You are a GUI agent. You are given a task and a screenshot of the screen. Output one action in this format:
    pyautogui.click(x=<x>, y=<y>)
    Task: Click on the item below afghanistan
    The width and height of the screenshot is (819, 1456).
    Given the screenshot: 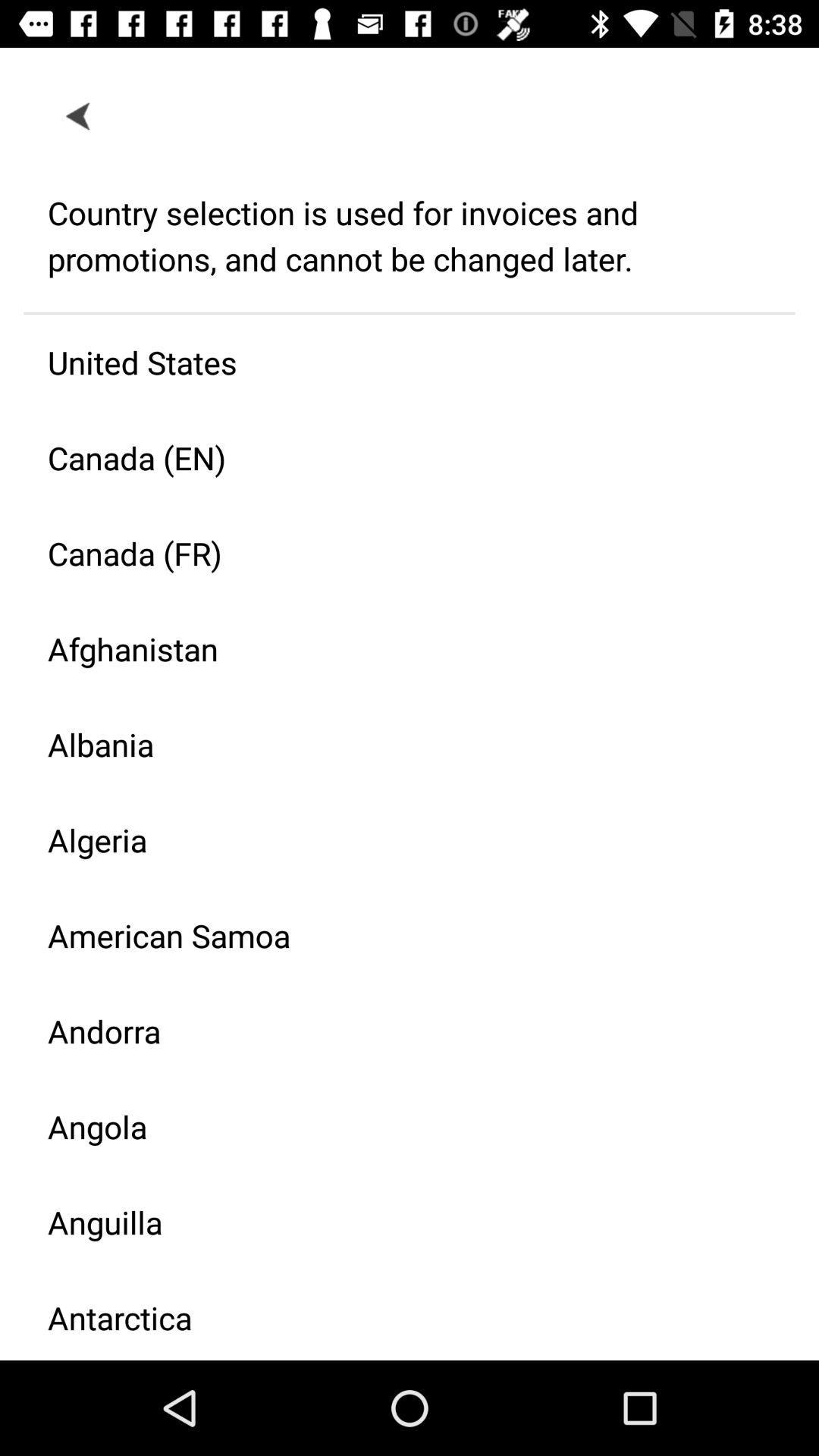 What is the action you would take?
    pyautogui.click(x=397, y=744)
    